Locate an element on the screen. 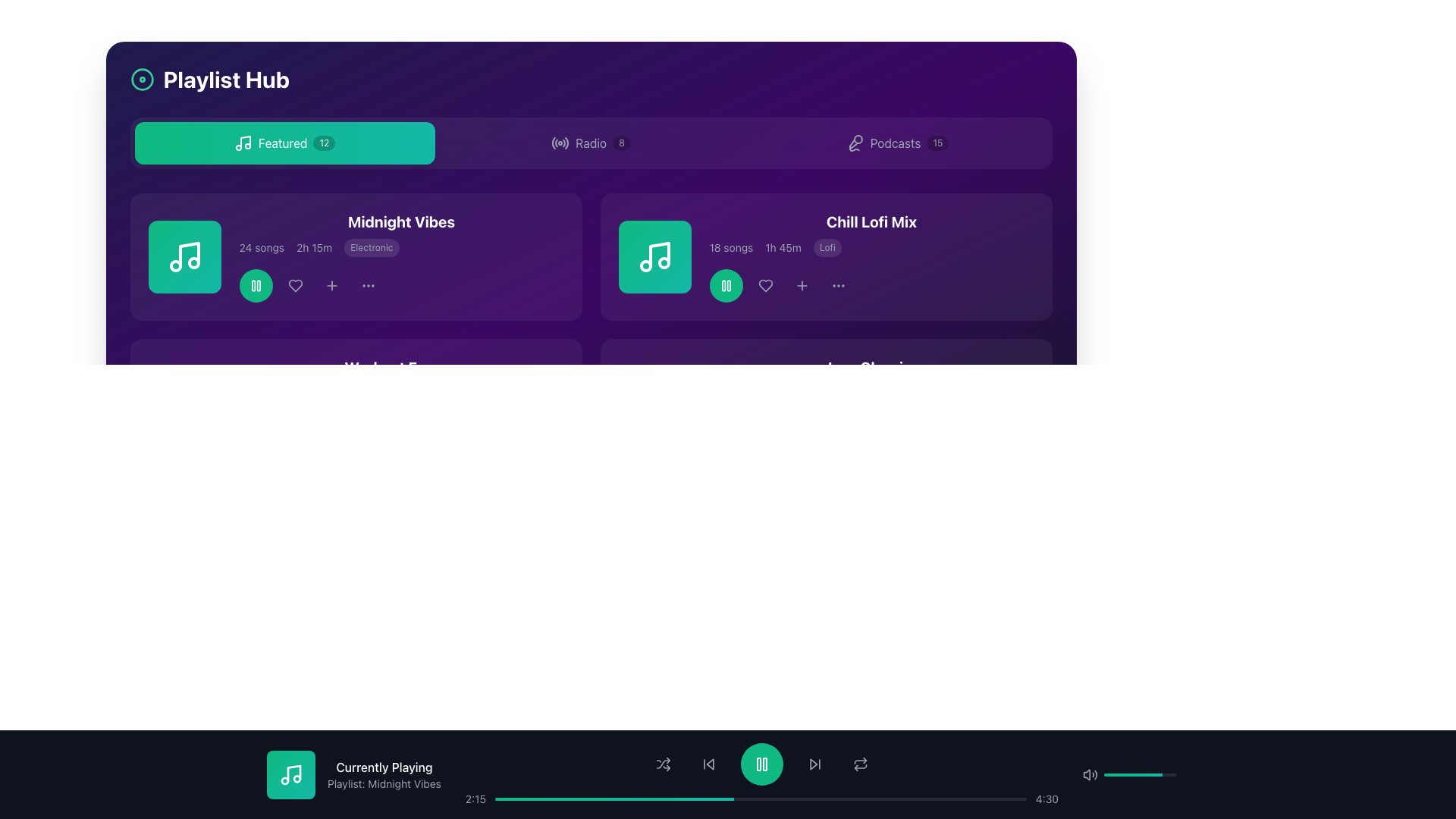 This screenshot has height=819, width=1456. playback time is located at coordinates (979, 798).